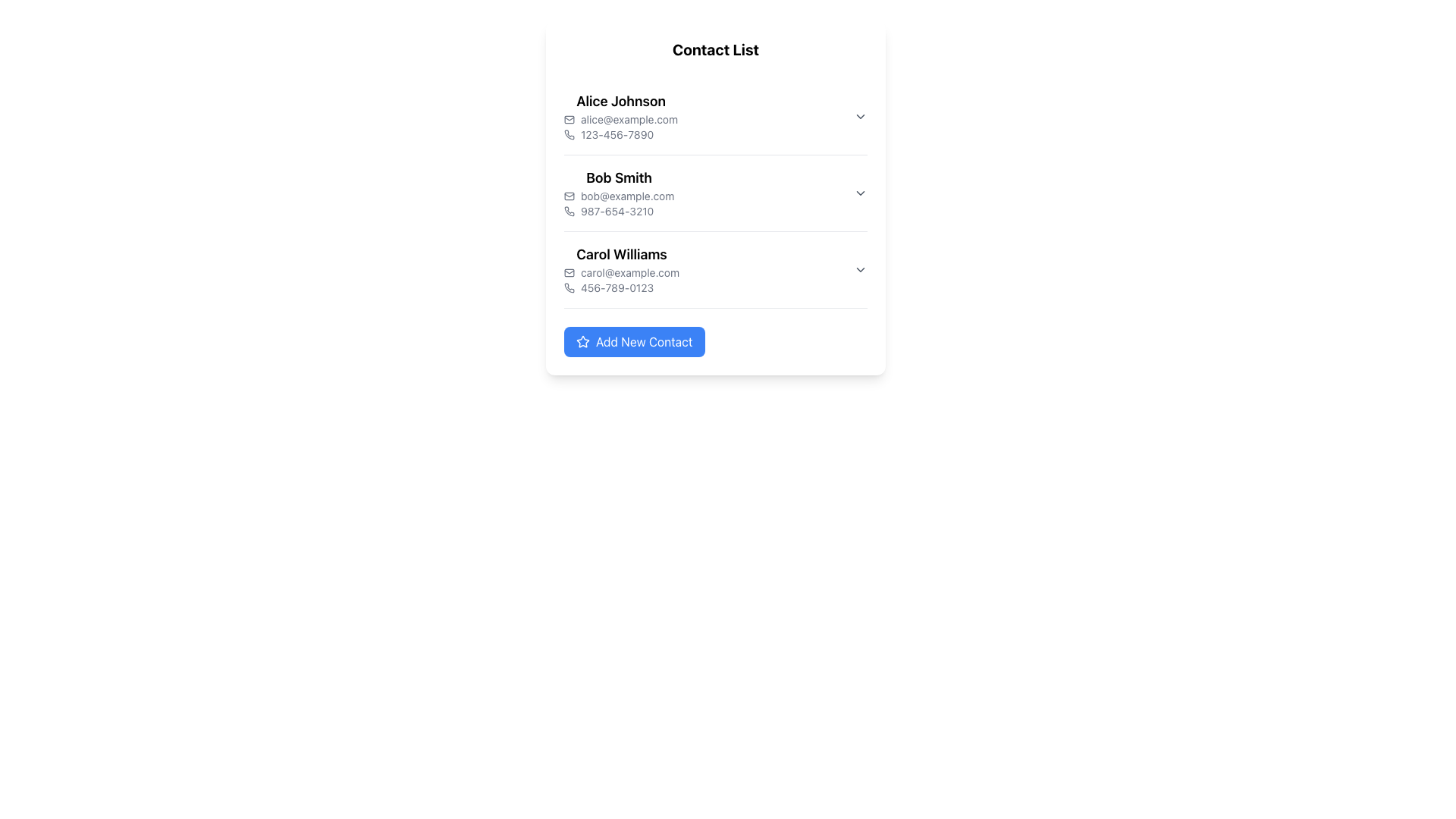 The image size is (1456, 819). Describe the element at coordinates (568, 211) in the screenshot. I see `the phone icon represented as a simple wireframe graphic, located to the left of the phone number '987-654-3210' in the contact list for 'Bob Smith'` at that location.